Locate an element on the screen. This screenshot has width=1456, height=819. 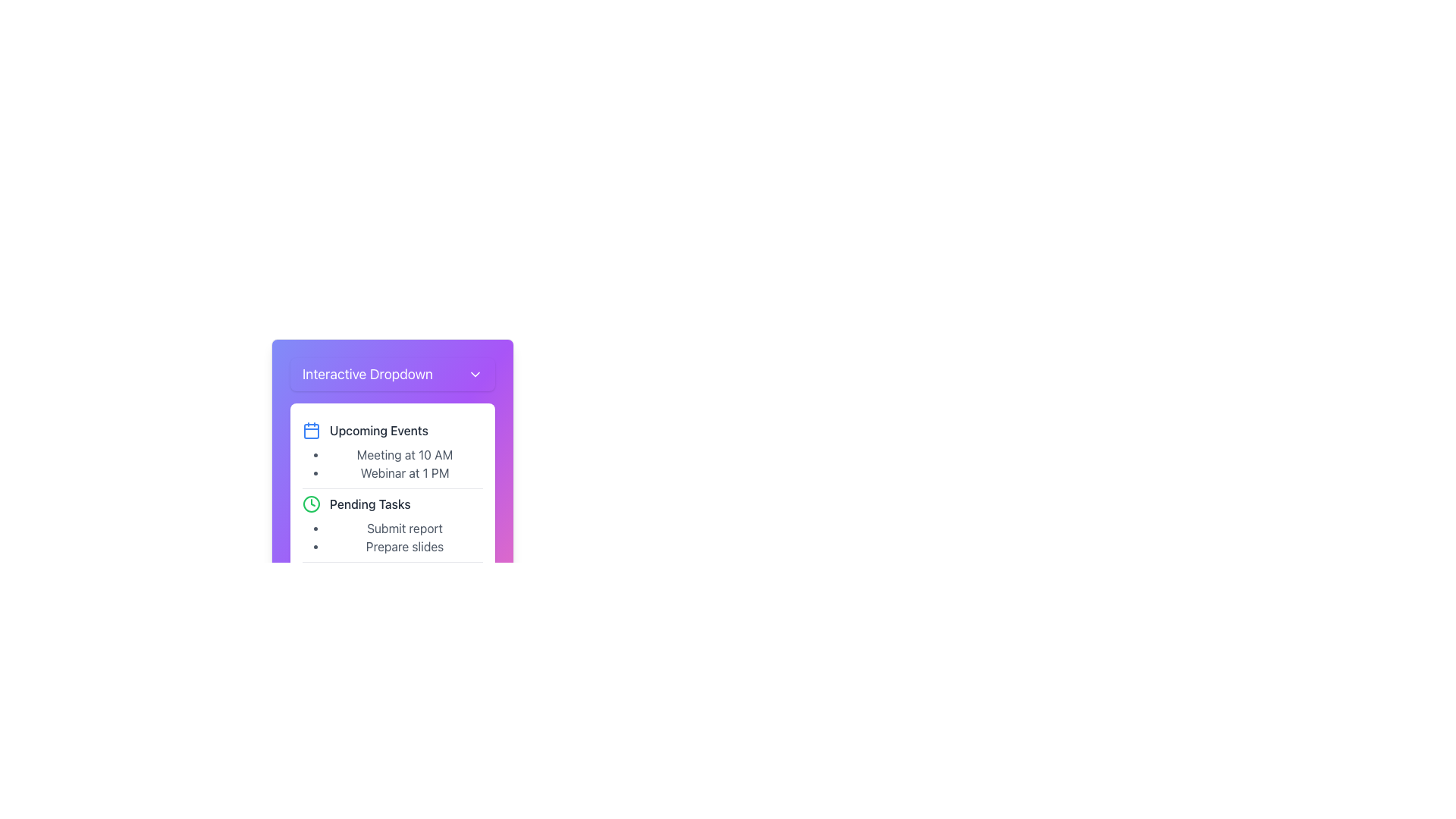
text of the second item in the 'Pending Tasks' section titled 'Prepare slides' in the 'Interactive Dropdown' card interface is located at coordinates (404, 547).